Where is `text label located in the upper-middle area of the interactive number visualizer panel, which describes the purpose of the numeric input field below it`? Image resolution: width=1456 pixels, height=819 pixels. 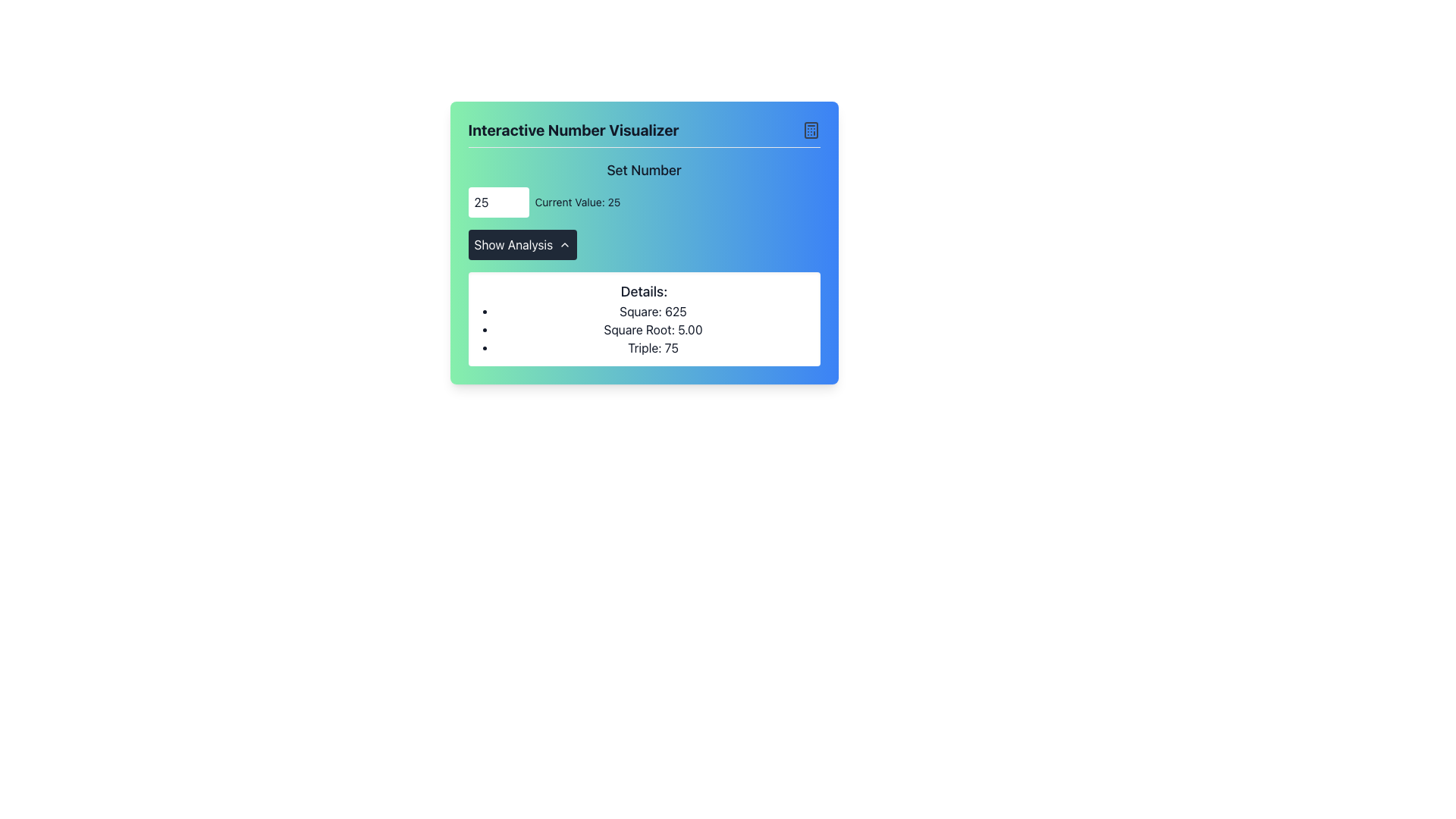 text label located in the upper-middle area of the interactive number visualizer panel, which describes the purpose of the numeric input field below it is located at coordinates (644, 170).